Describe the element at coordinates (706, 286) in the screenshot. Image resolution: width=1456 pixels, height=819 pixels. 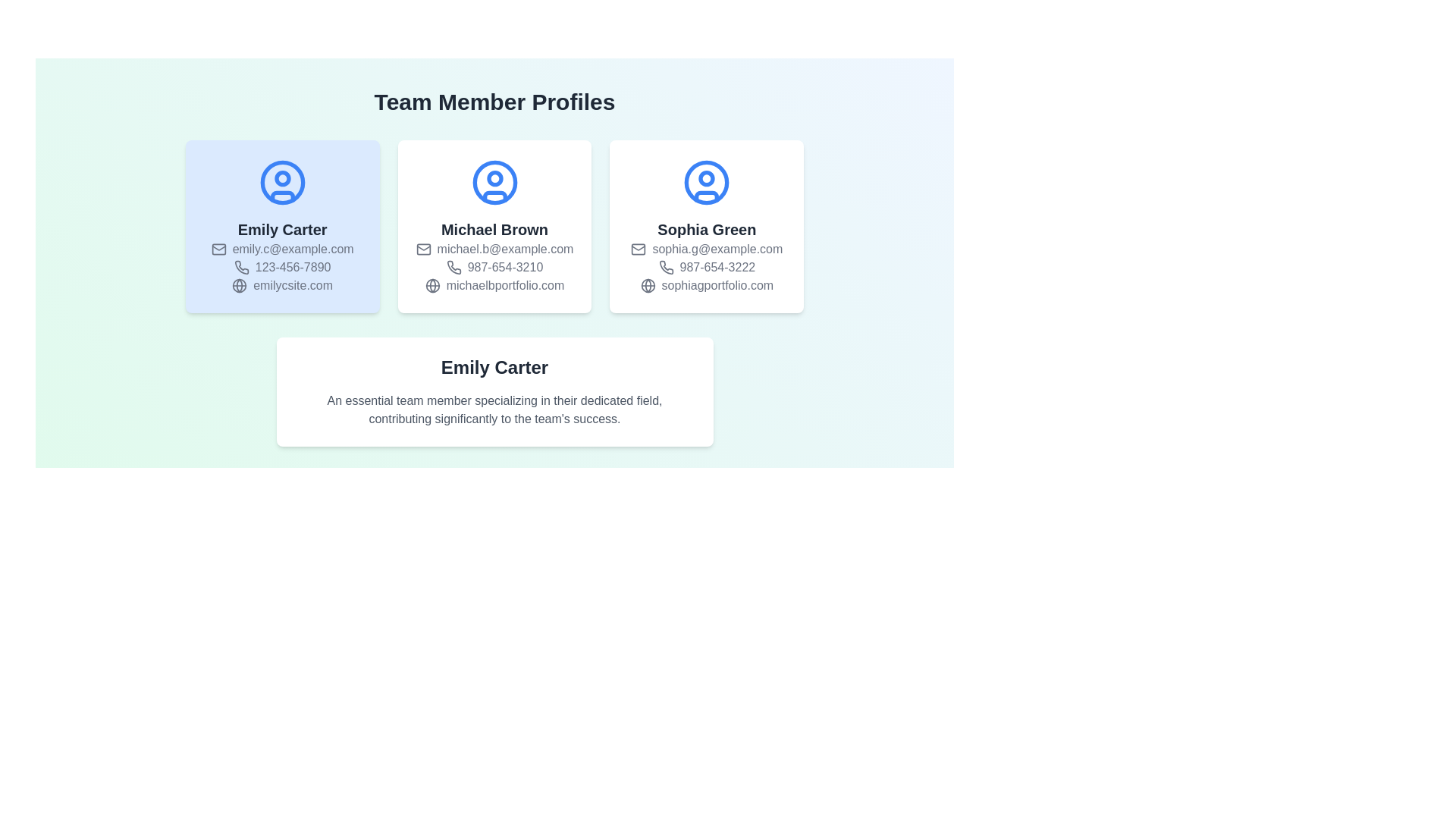
I see `the hyperlink 'sophiagportfolio.com' which features a globe icon and is located in the lower section of the card for 'Sophia Green'` at that location.